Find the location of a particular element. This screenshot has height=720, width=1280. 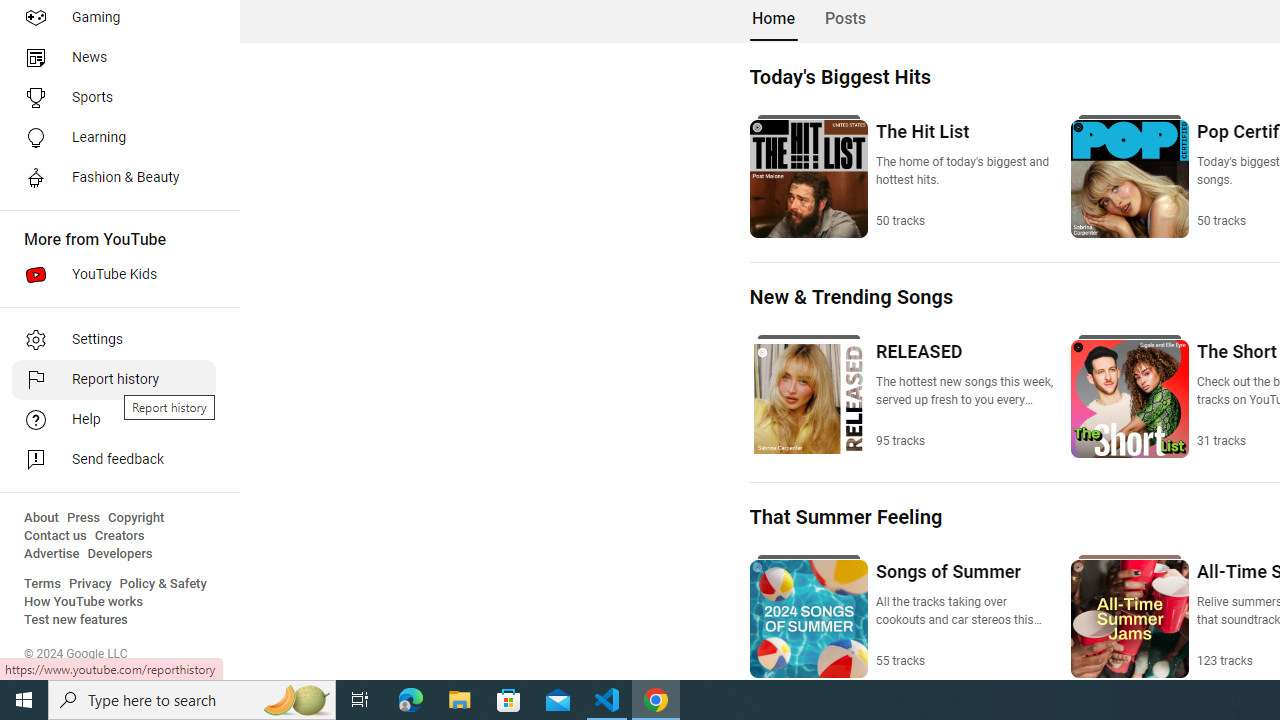

'Press' is located at coordinates (82, 517).